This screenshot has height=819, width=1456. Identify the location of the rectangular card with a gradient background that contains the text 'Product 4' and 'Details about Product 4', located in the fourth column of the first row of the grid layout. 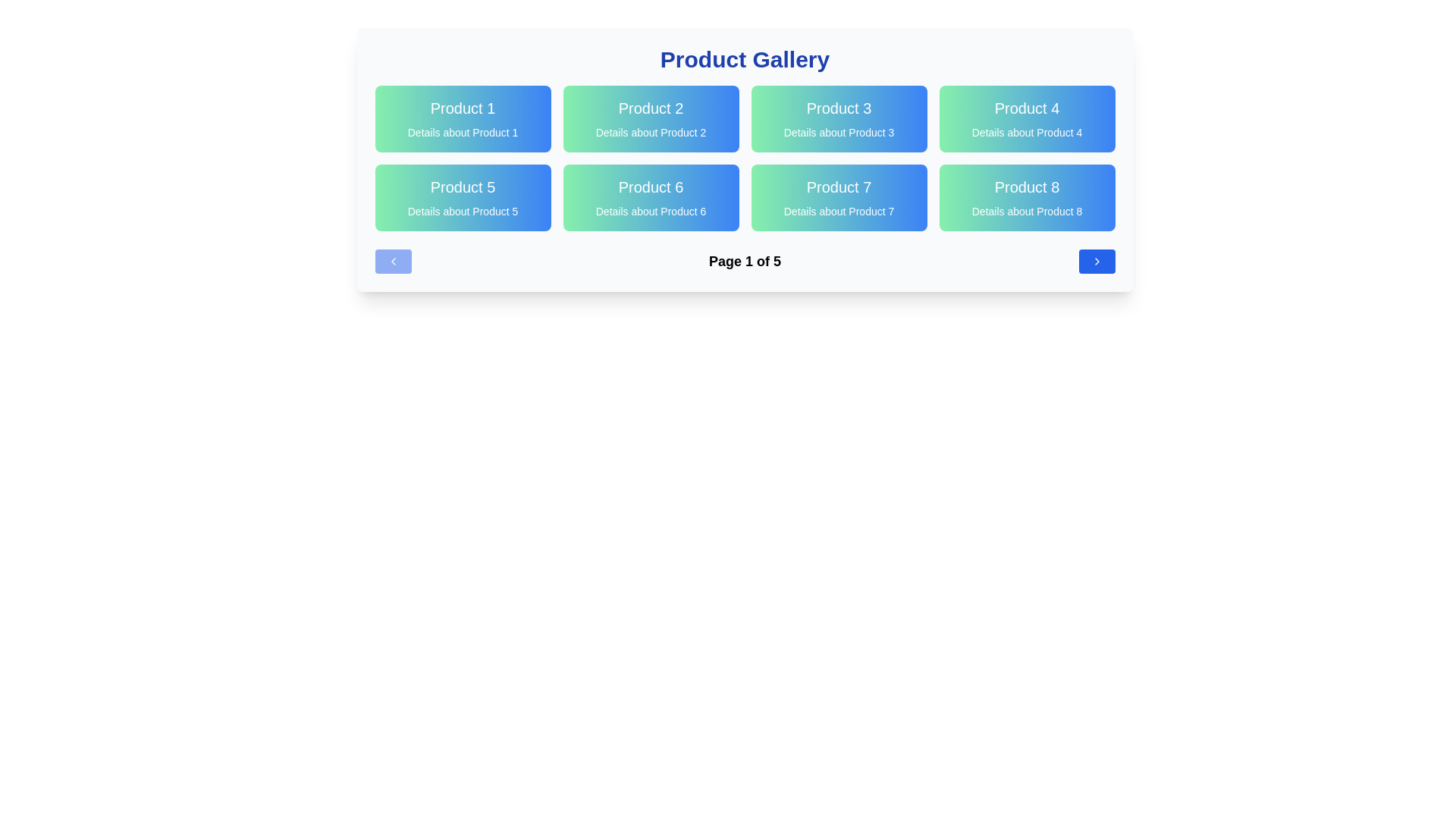
(1027, 118).